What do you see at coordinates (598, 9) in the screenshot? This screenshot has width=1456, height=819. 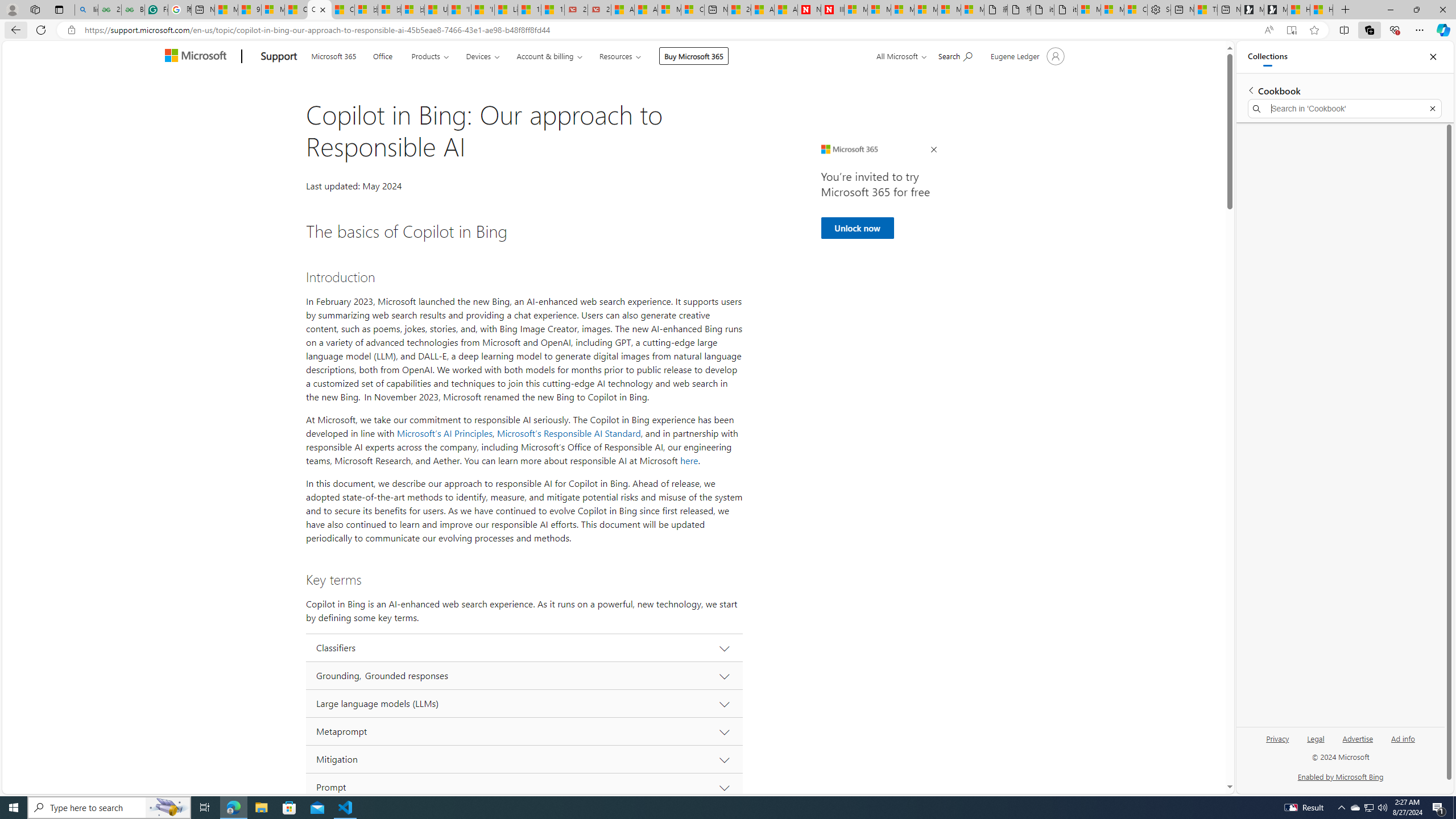 I see `'21 Movies That Outdid the Books They Were Based On'` at bounding box center [598, 9].